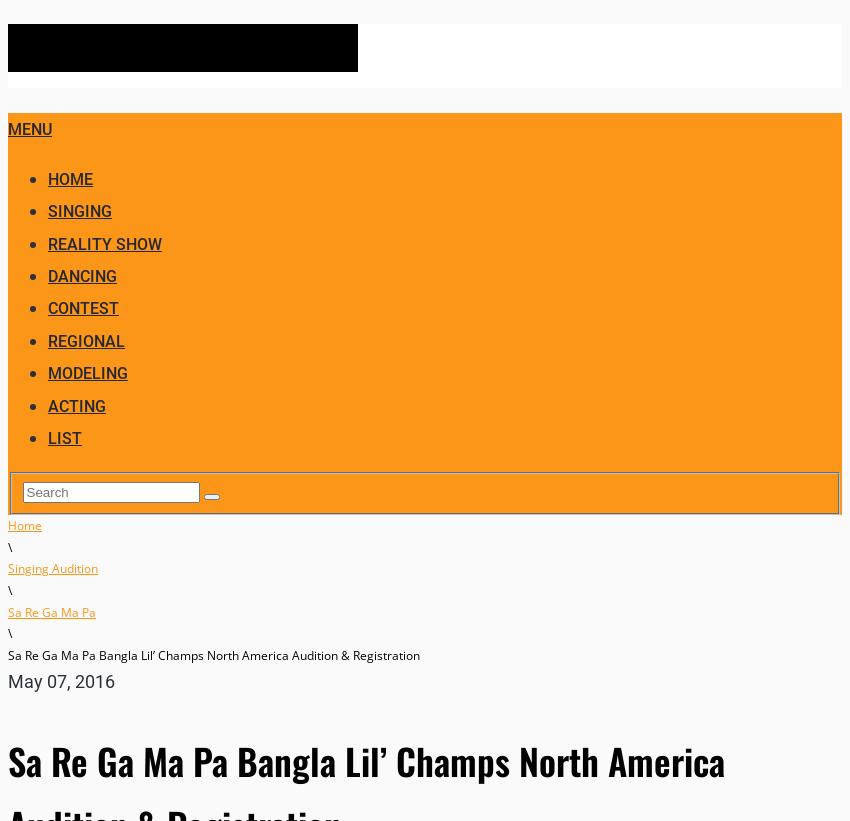 This screenshot has width=850, height=821. What do you see at coordinates (85, 340) in the screenshot?
I see `'Regional'` at bounding box center [85, 340].